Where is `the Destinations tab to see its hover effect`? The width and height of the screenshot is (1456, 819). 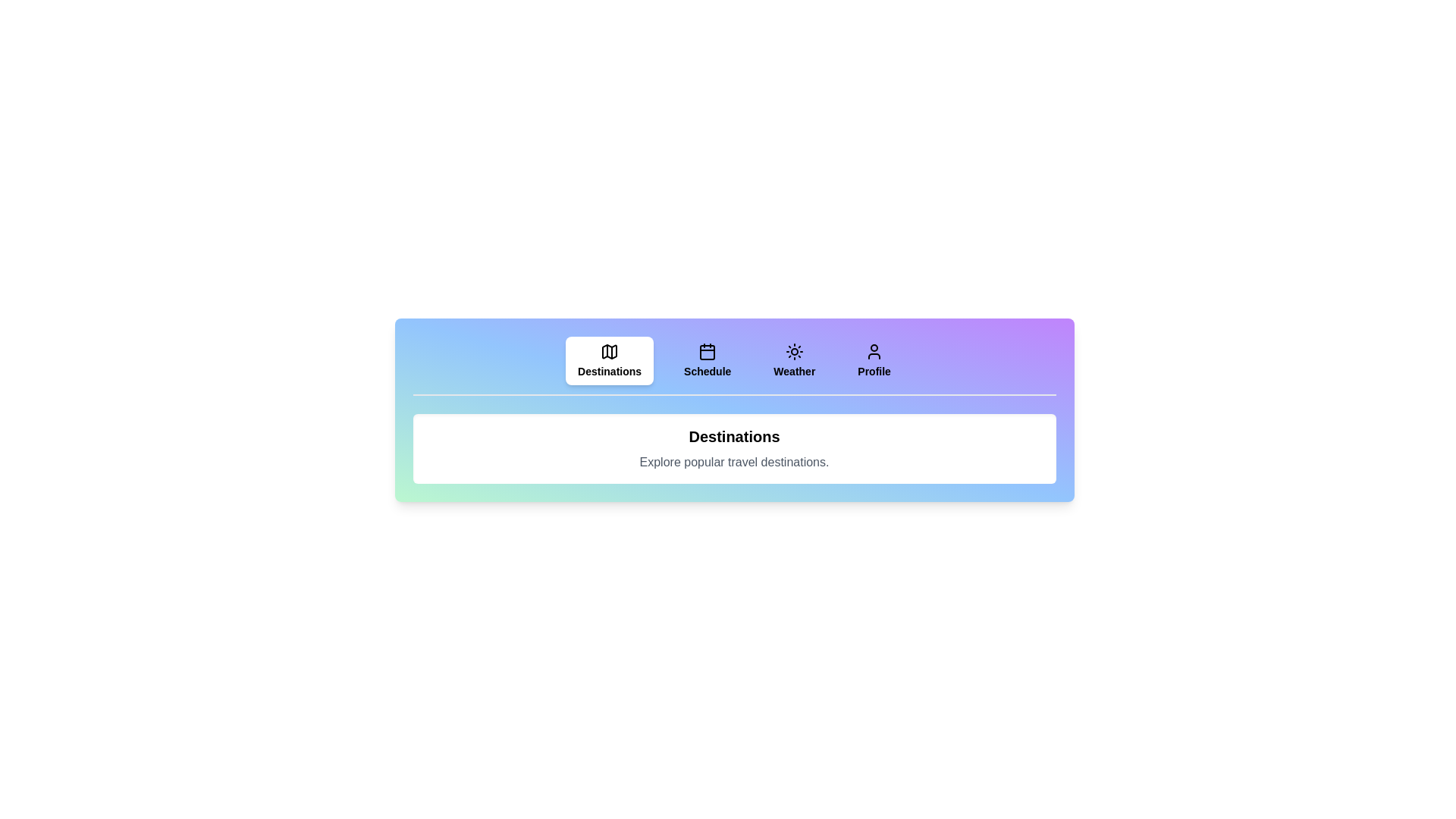 the Destinations tab to see its hover effect is located at coordinates (610, 360).